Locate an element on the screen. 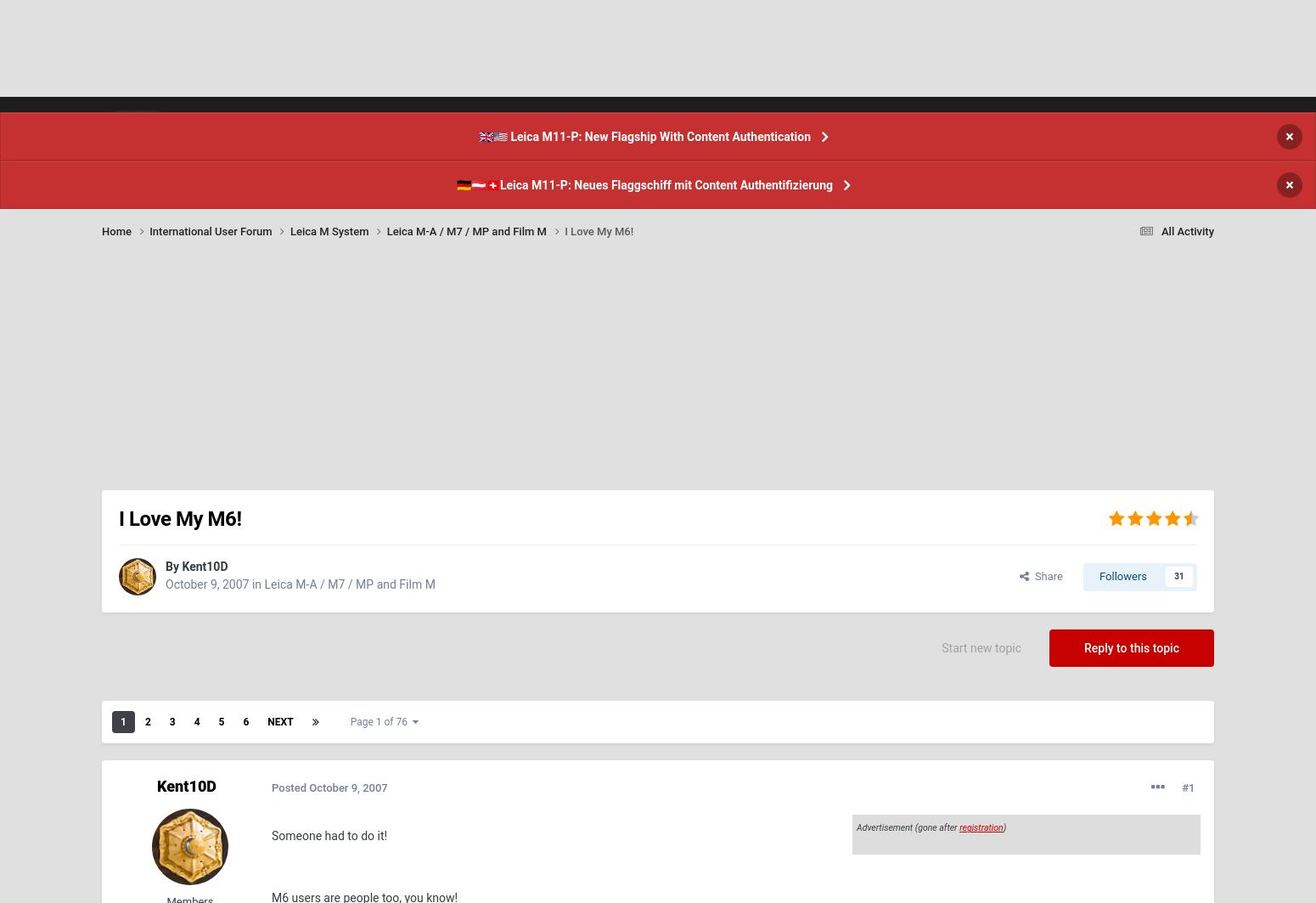 The image size is (1316, 903). '58' is located at coordinates (194, 23).